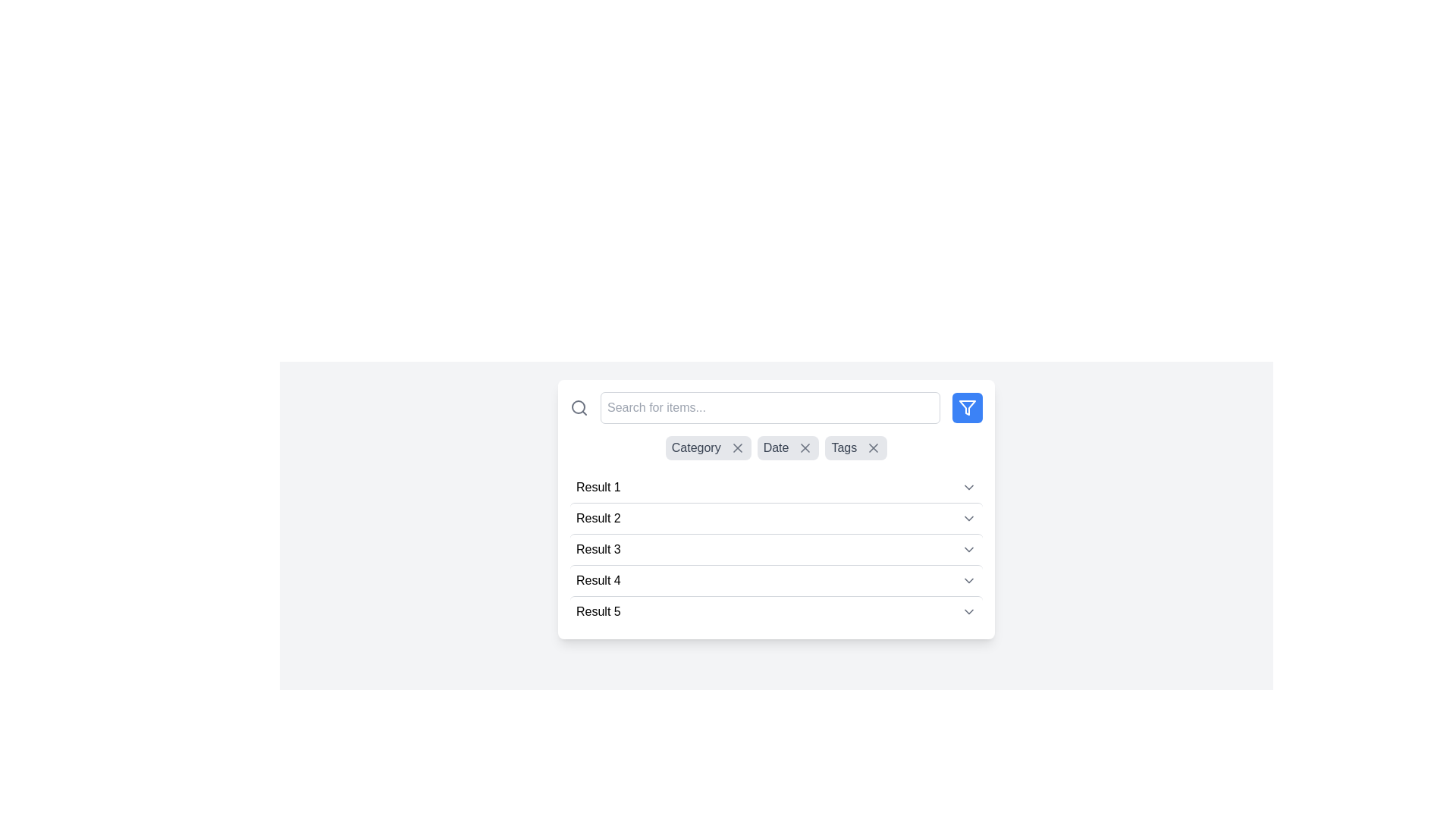  What do you see at coordinates (708, 447) in the screenshot?
I see `the 'Category' tag with a remove button, which is a rounded rectangle with a light gray background and contains an 'X' icon on the right` at bounding box center [708, 447].